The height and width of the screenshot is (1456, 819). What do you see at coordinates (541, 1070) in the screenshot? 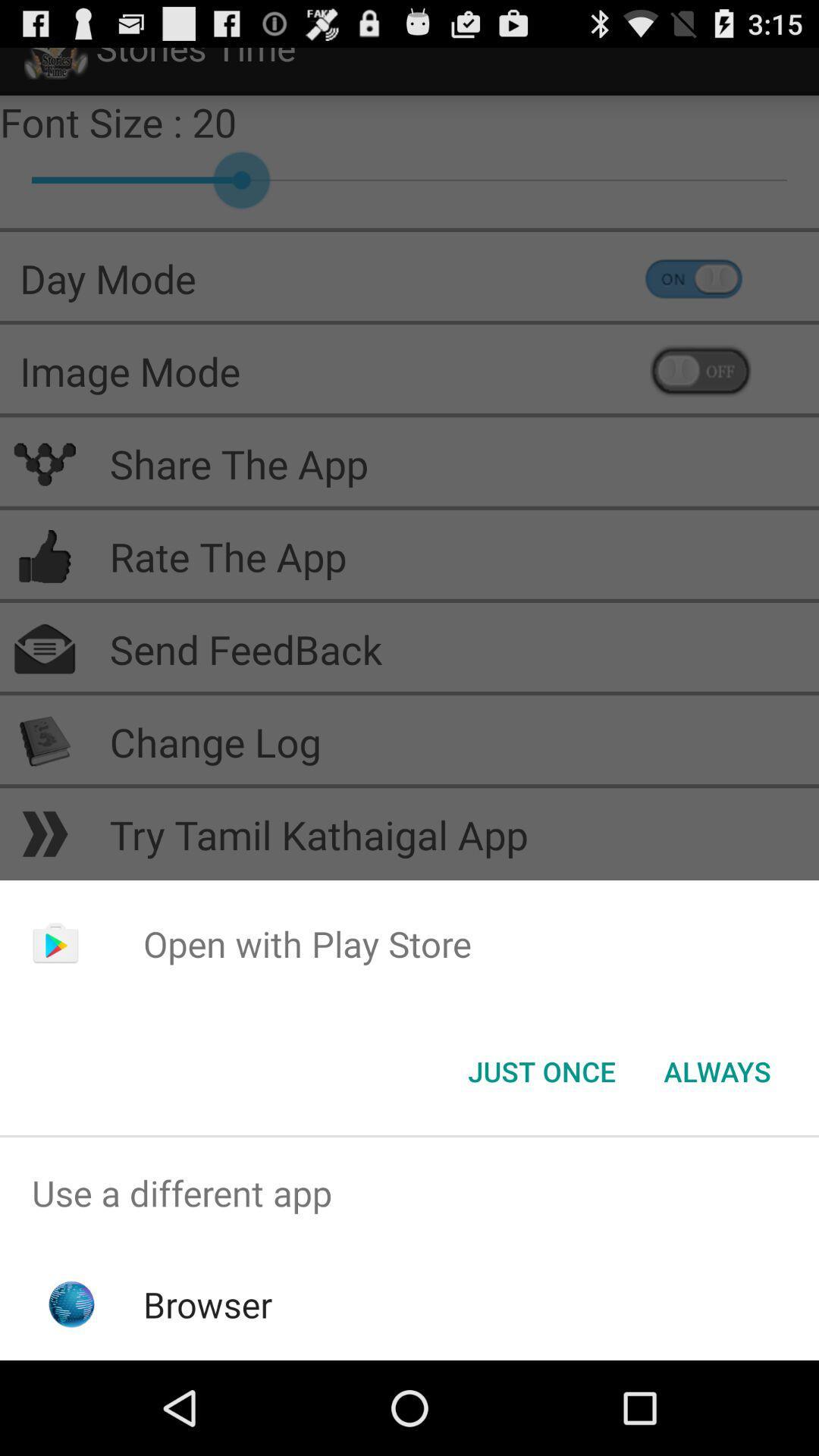
I see `item next to always button` at bounding box center [541, 1070].